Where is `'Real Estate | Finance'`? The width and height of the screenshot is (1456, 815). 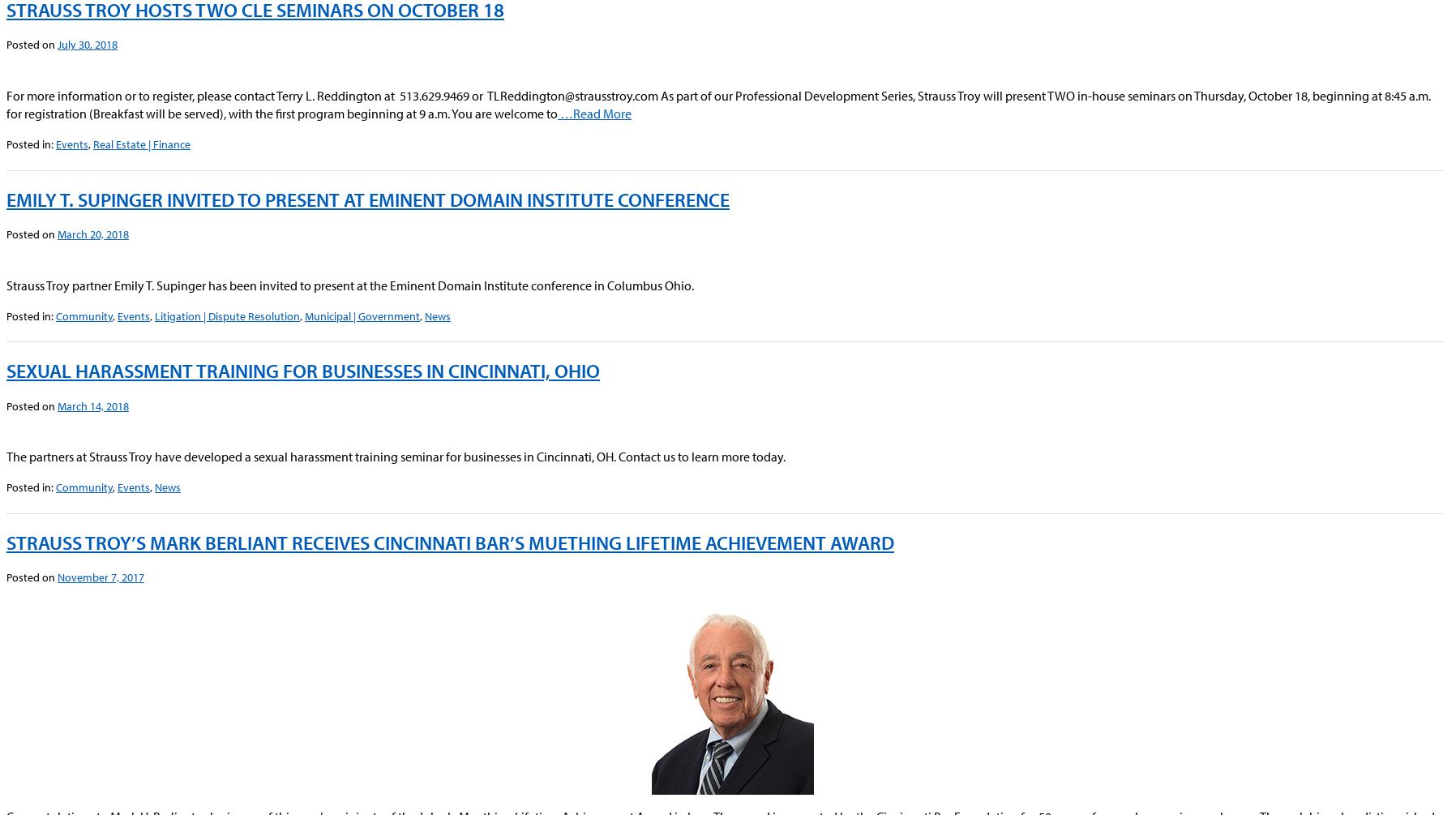 'Real Estate | Finance' is located at coordinates (140, 143).